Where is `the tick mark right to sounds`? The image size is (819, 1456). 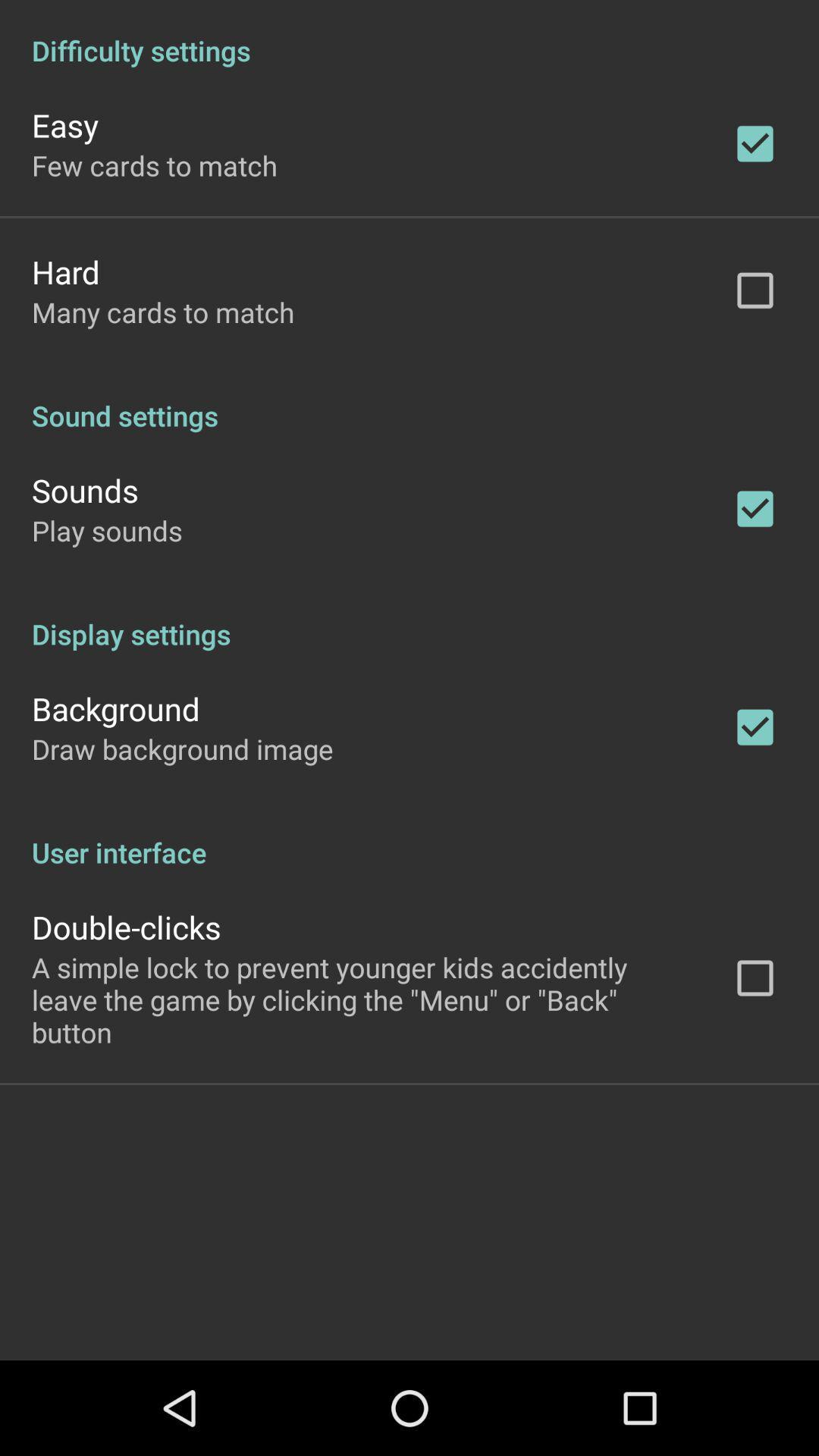
the tick mark right to sounds is located at coordinates (755, 509).